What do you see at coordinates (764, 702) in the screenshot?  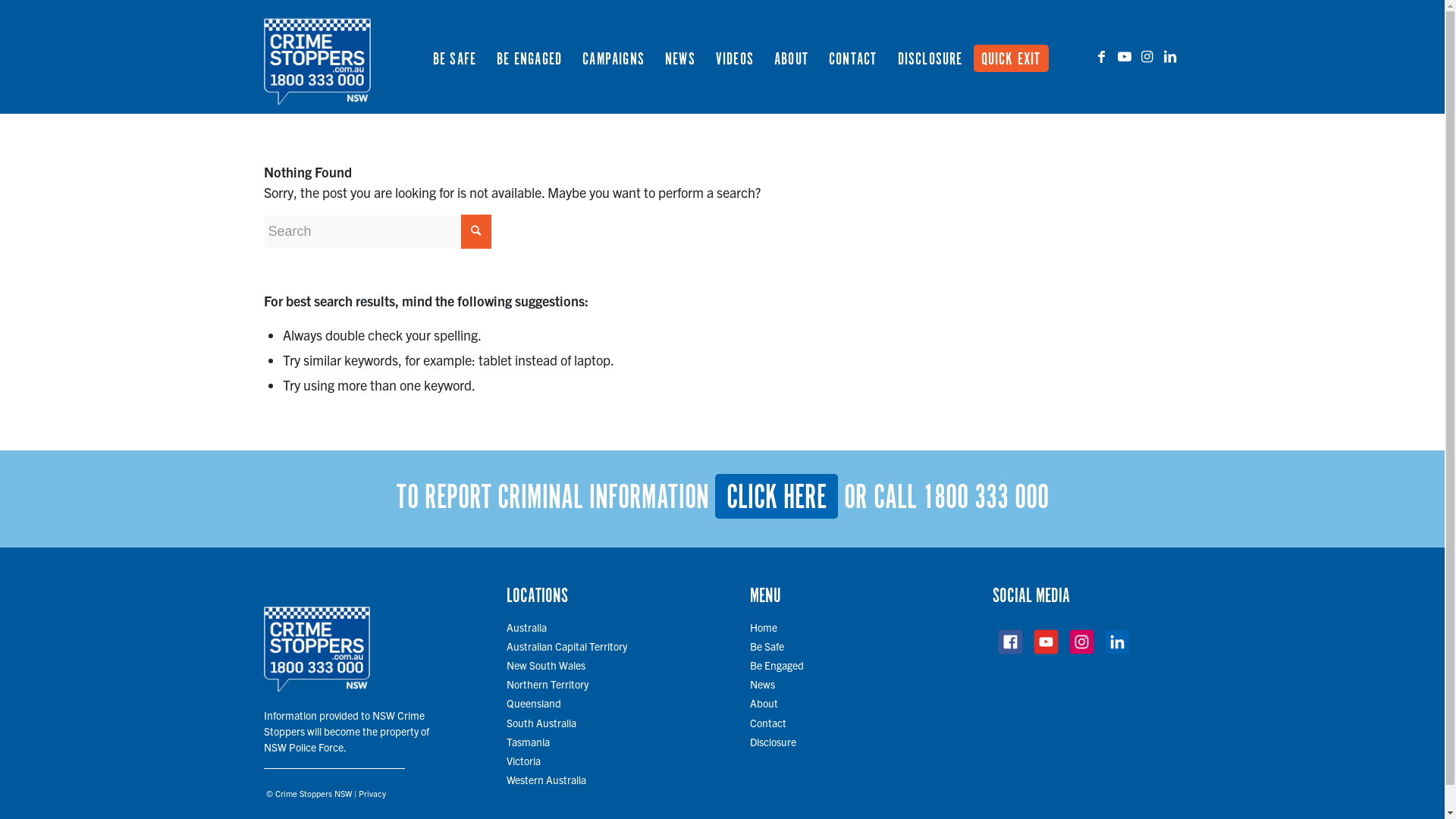 I see `'About'` at bounding box center [764, 702].